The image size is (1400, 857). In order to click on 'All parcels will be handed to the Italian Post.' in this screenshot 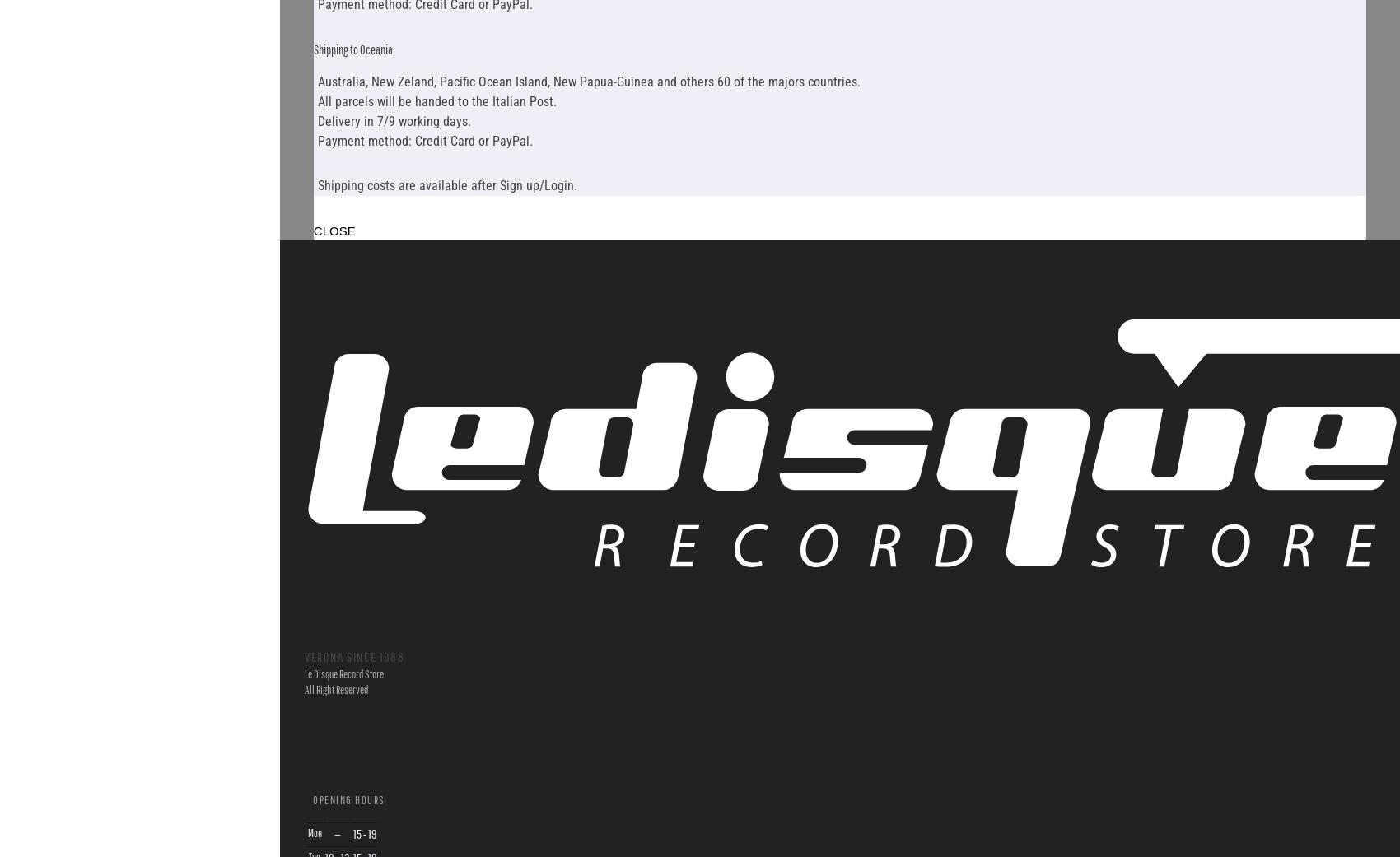, I will do `click(436, 100)`.